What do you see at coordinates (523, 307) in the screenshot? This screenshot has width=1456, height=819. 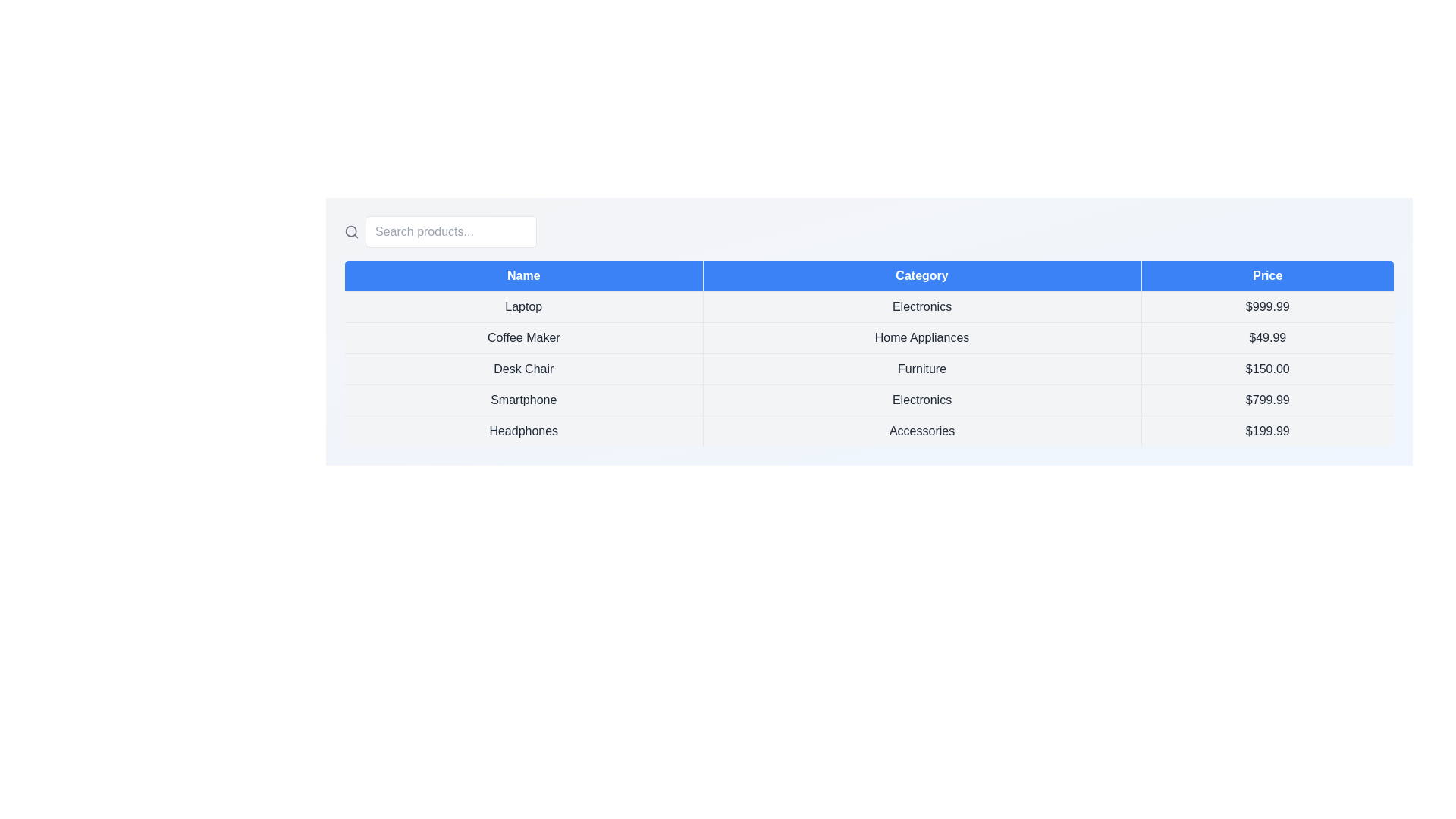 I see `the text 'Laptop'` at bounding box center [523, 307].